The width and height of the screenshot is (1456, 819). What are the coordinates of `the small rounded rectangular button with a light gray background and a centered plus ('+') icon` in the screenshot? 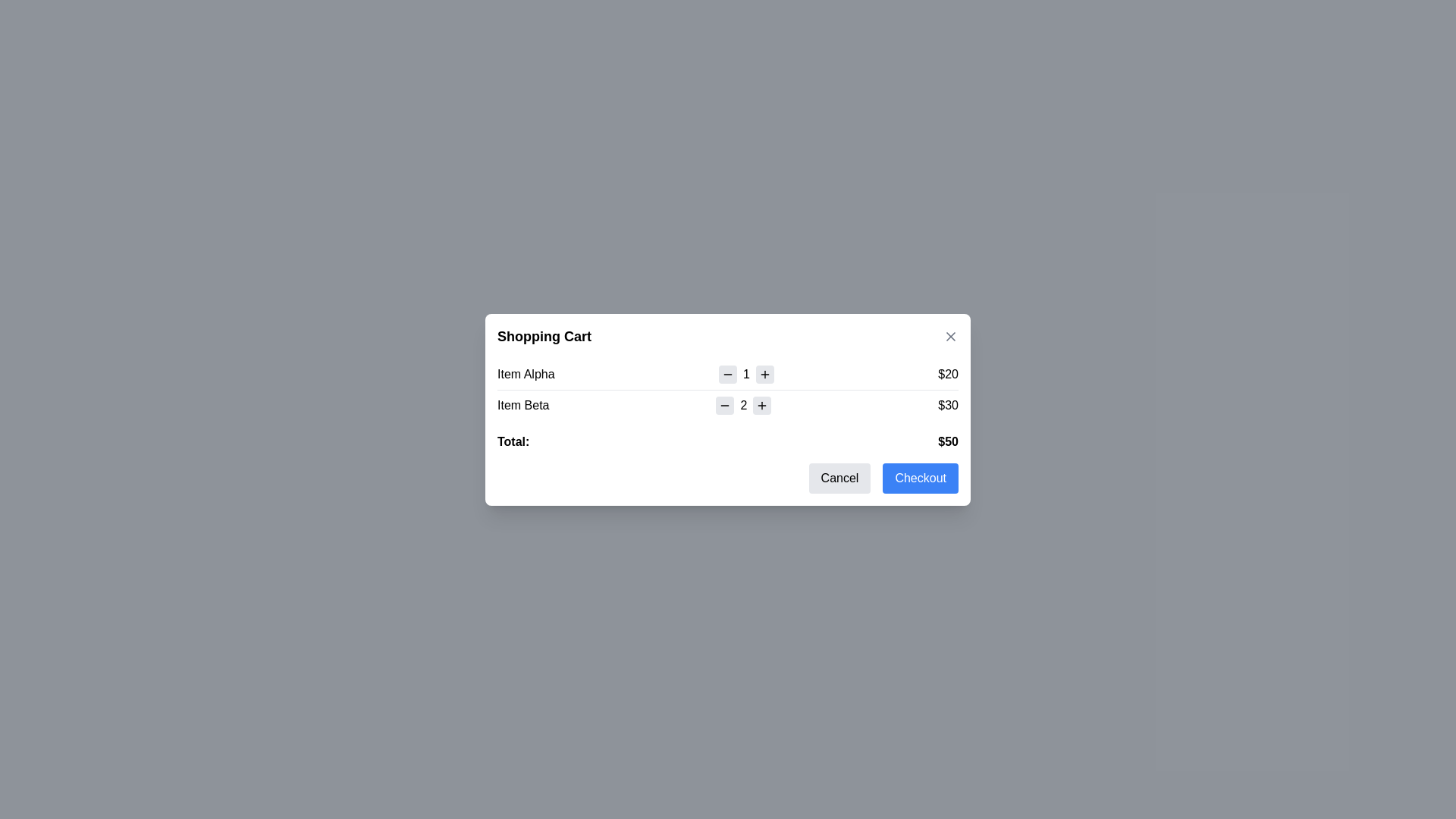 It's located at (764, 374).